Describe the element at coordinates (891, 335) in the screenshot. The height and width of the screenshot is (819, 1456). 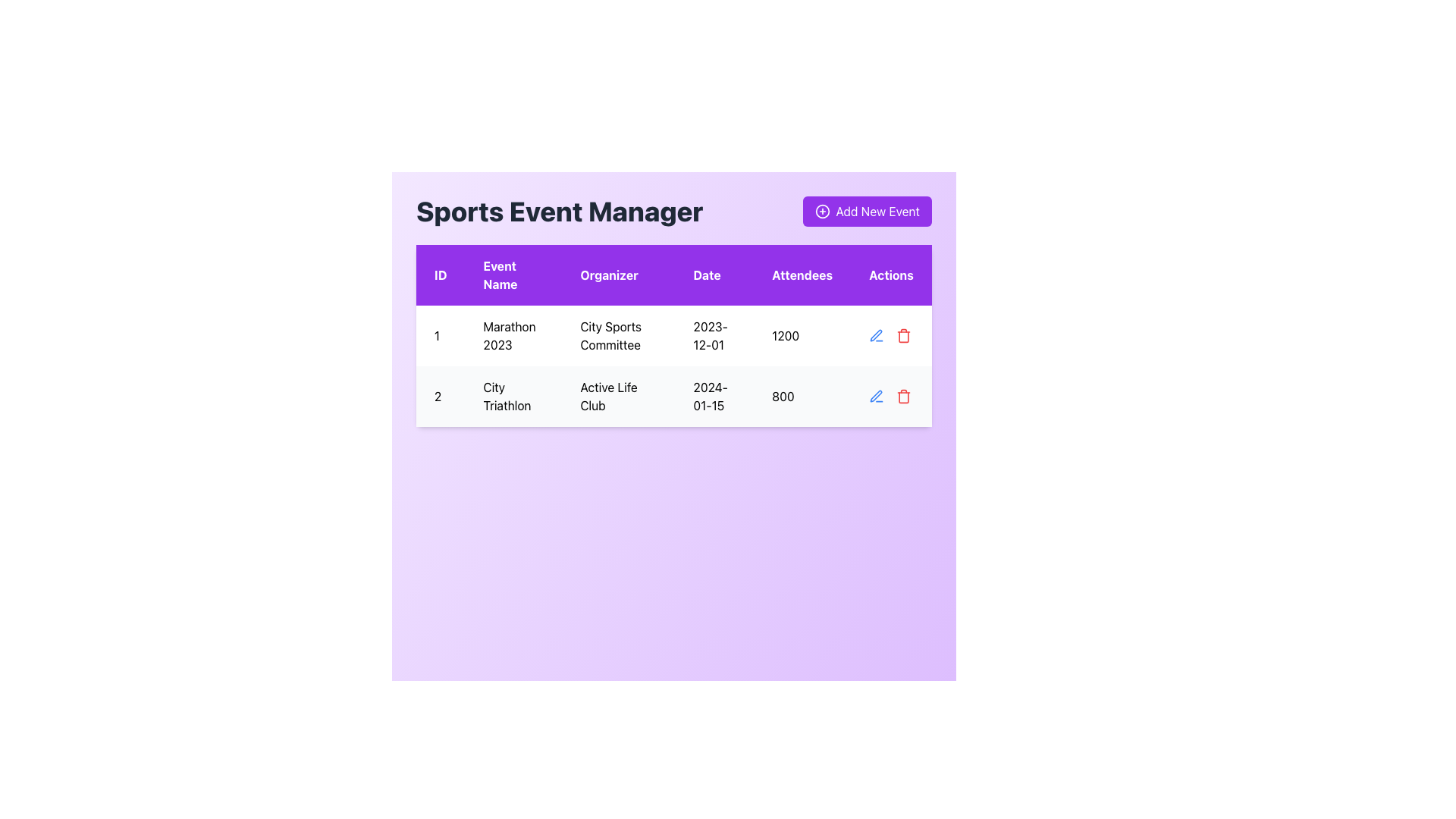
I see `the group of interactive action buttons located in the last column of the first row of the grid table labeled 'Actions'` at that location.